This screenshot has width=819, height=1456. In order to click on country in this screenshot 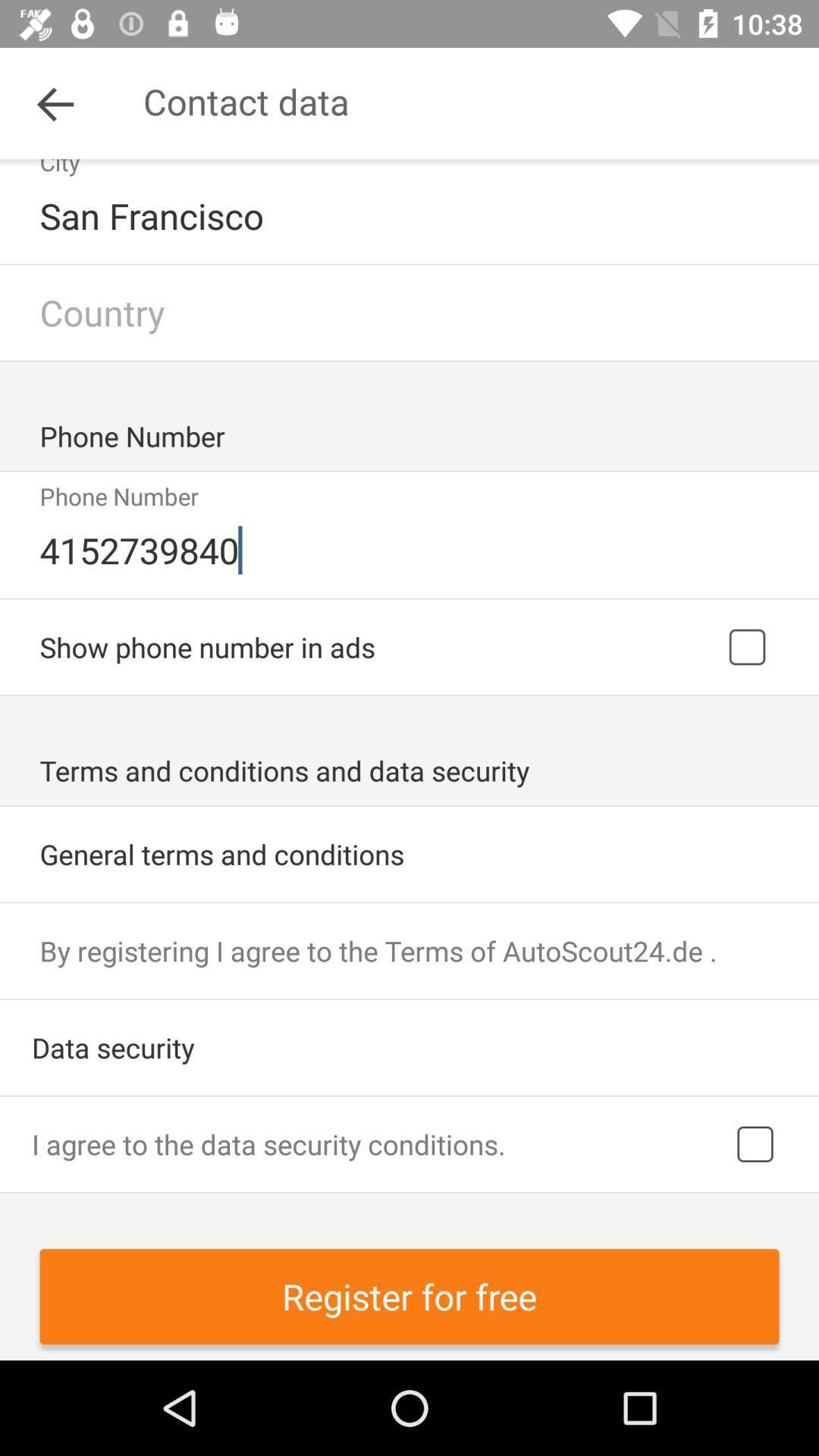, I will do `click(409, 312)`.